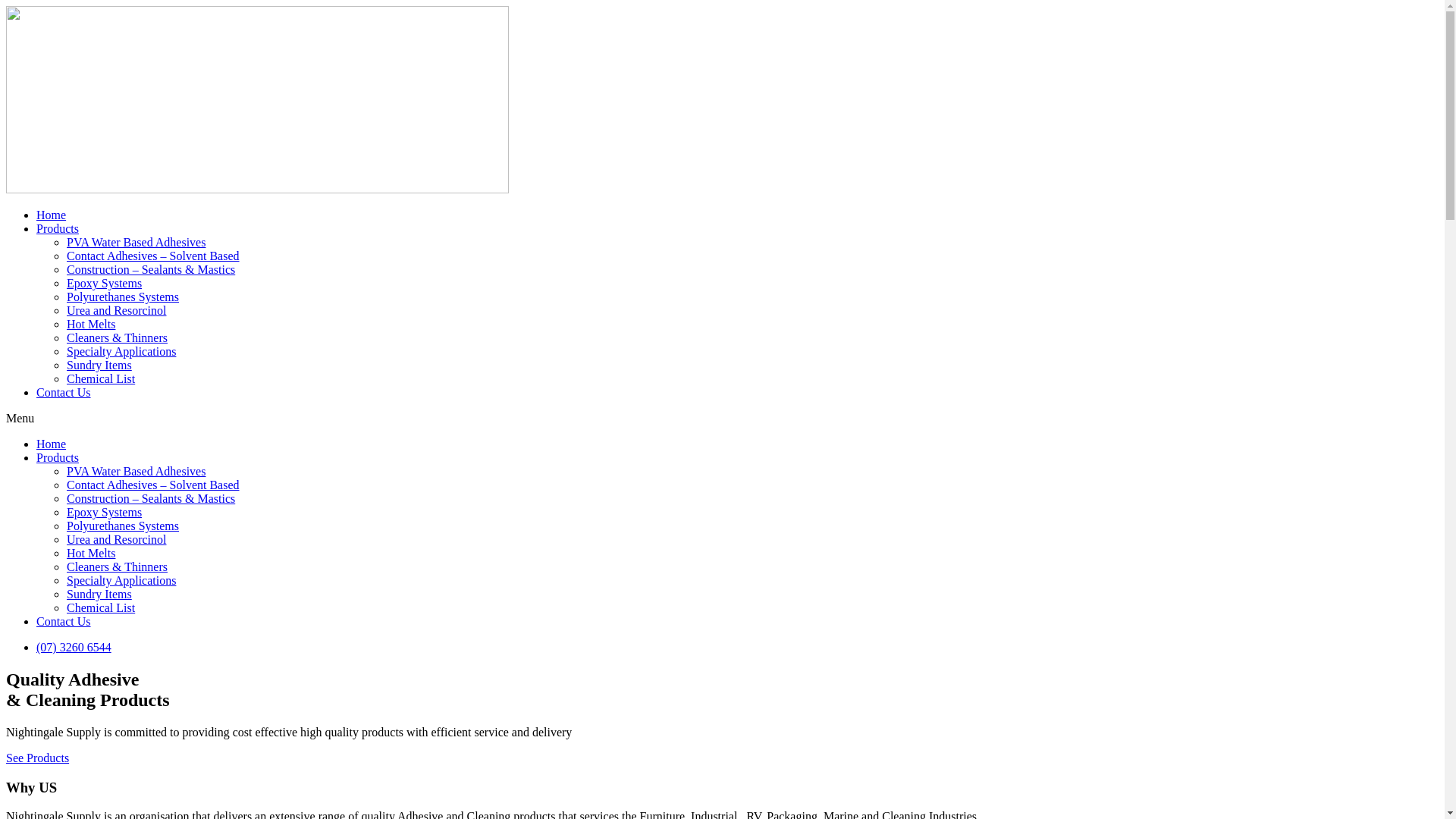 The image size is (1456, 819). What do you see at coordinates (136, 241) in the screenshot?
I see `'PVA Water Based Adhesives'` at bounding box center [136, 241].